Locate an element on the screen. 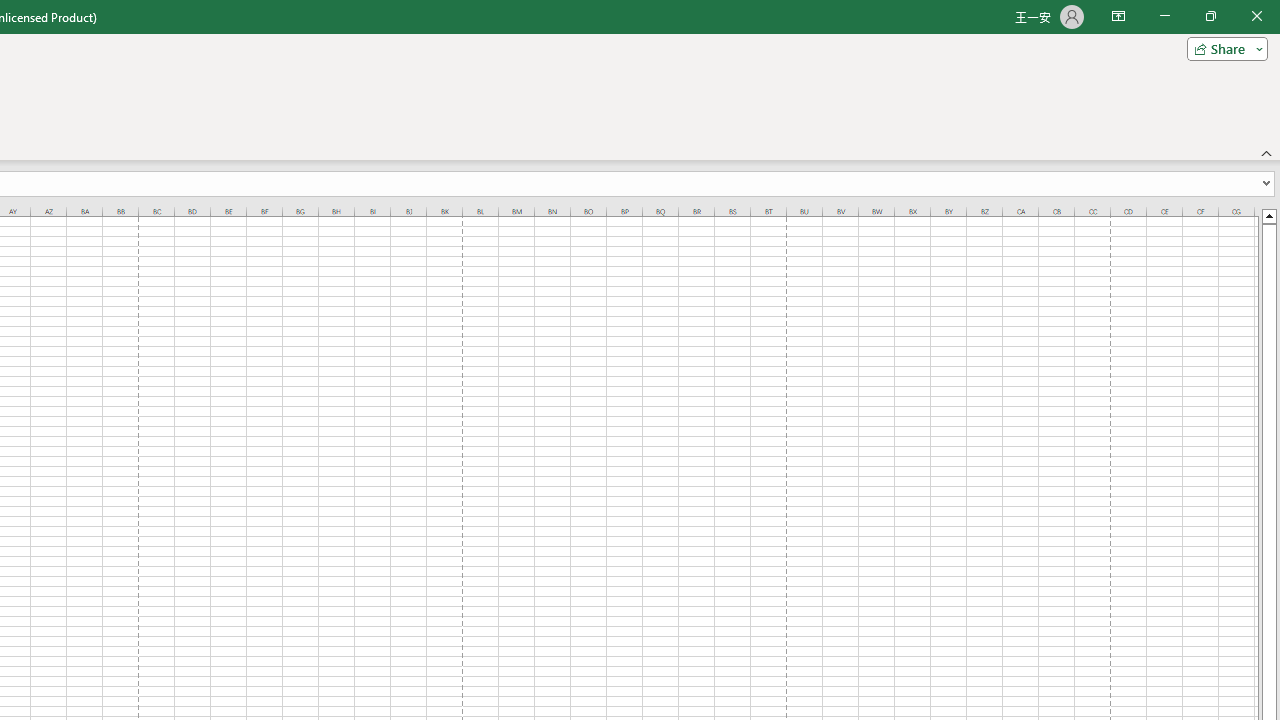 This screenshot has height=720, width=1280. 'Collapse the Ribbon' is located at coordinates (1266, 152).